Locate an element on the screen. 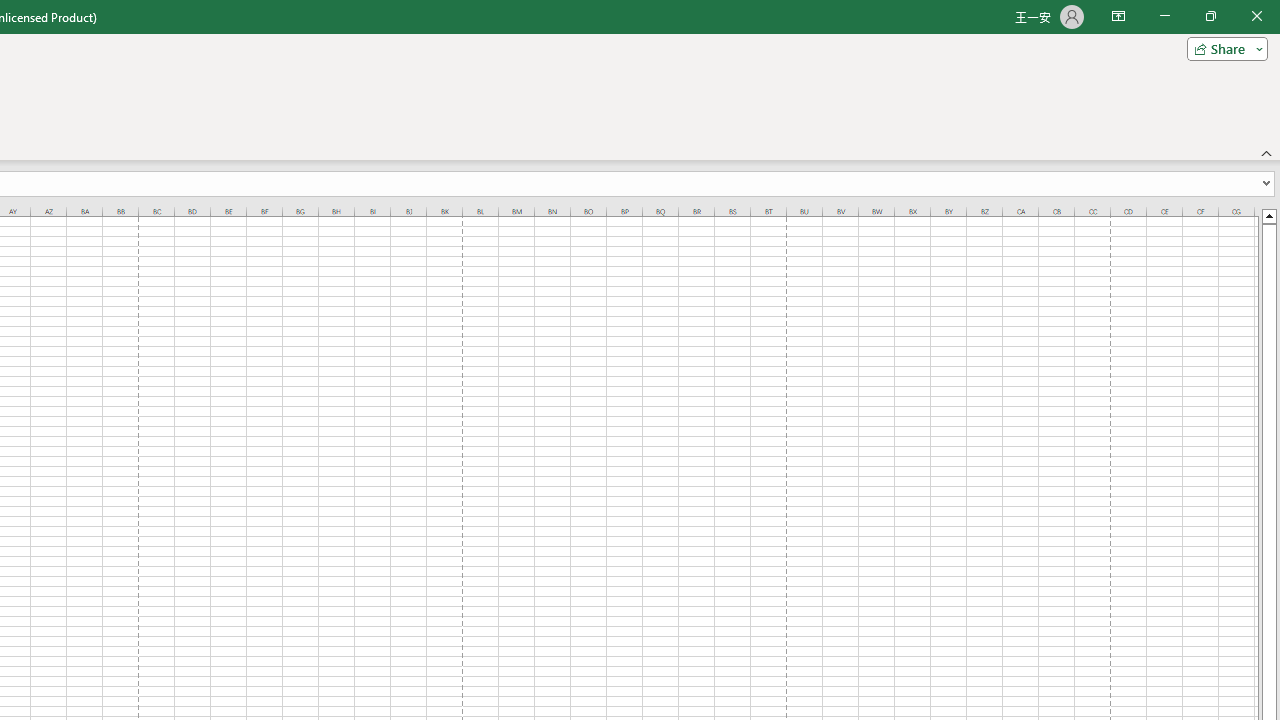 This screenshot has height=720, width=1280. 'Collapse the Ribbon' is located at coordinates (1266, 152).